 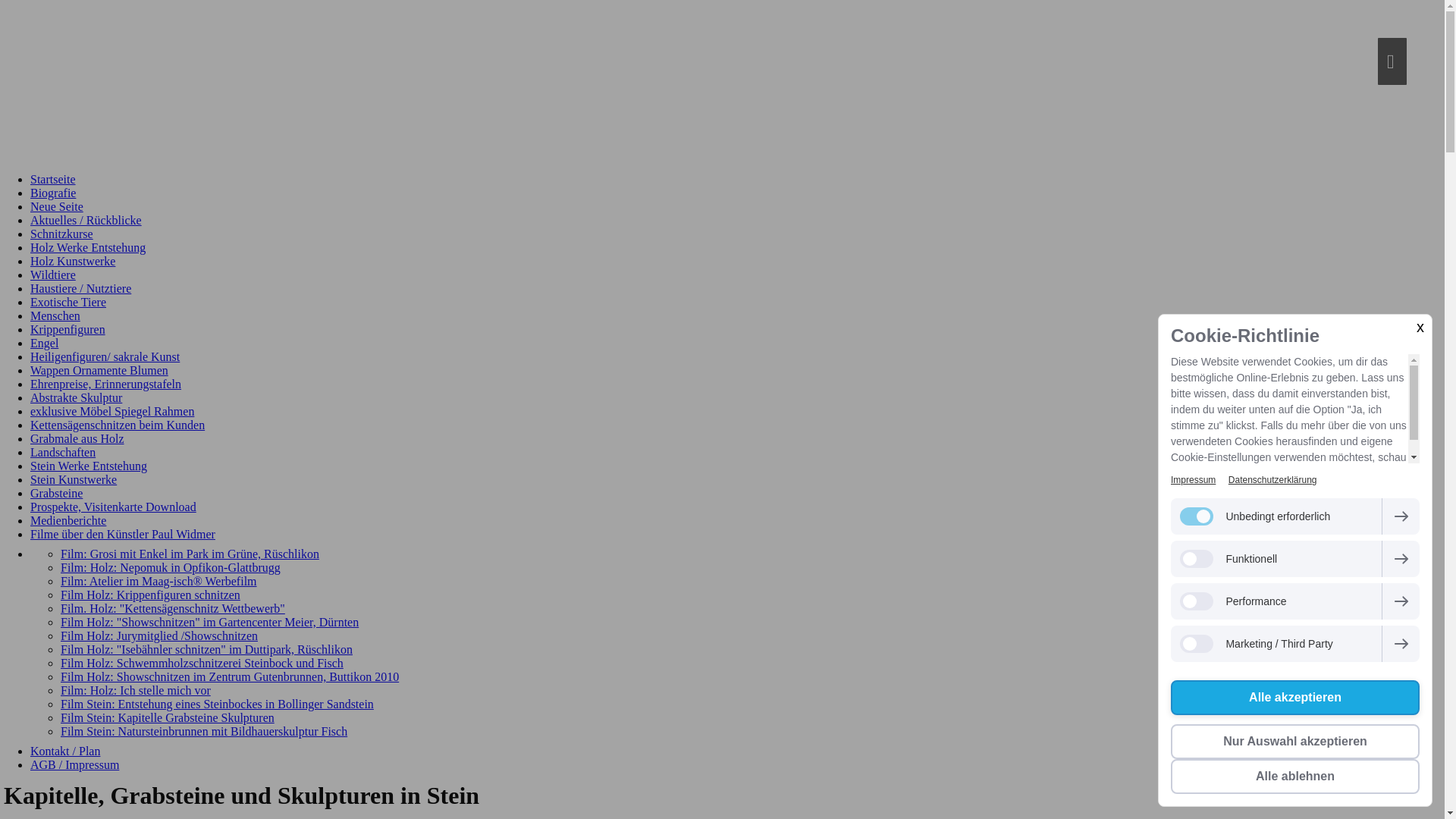 What do you see at coordinates (98, 370) in the screenshot?
I see `'Wappen Ornamente Blumen'` at bounding box center [98, 370].